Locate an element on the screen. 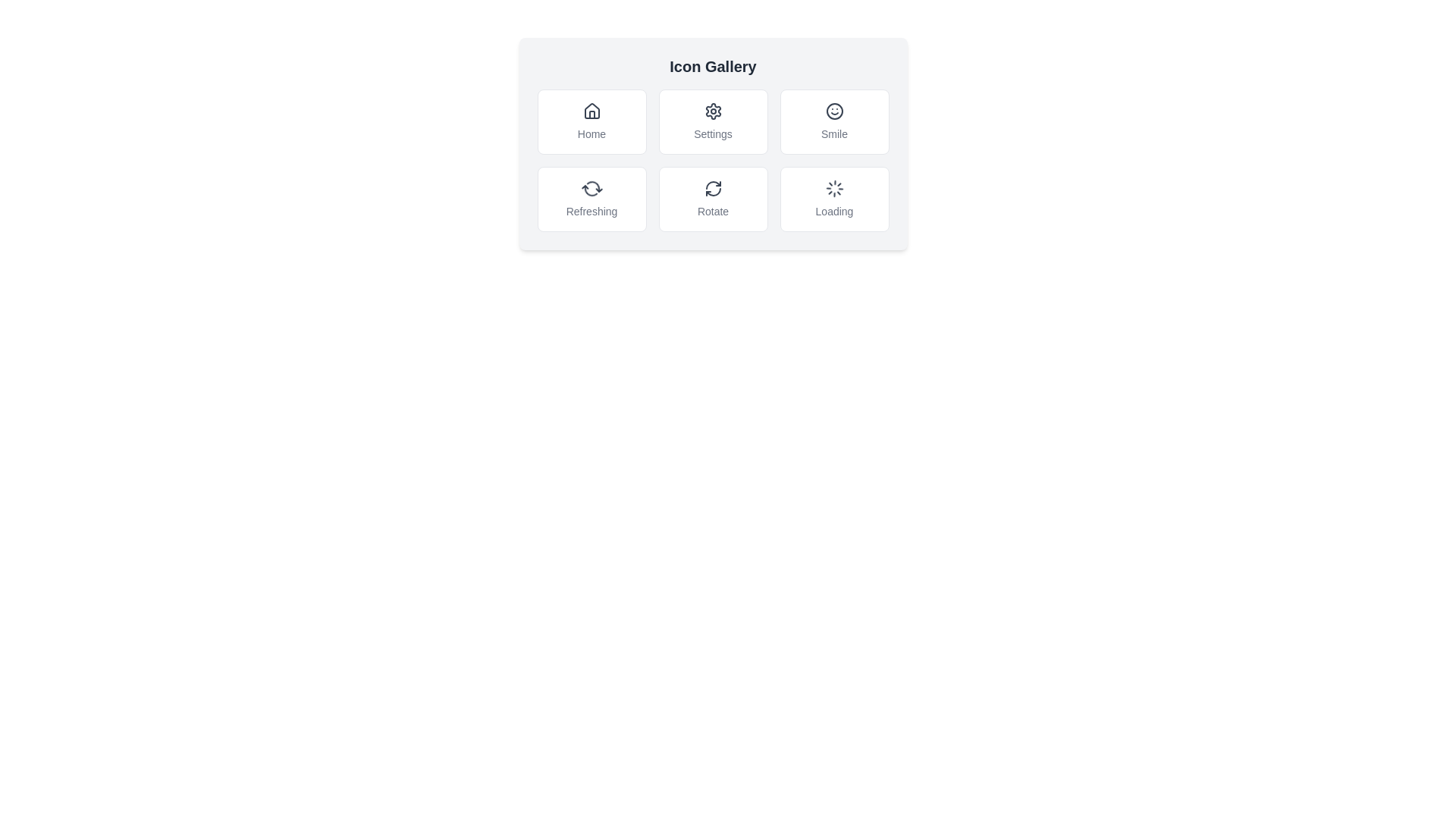 Image resolution: width=1456 pixels, height=819 pixels. the 'rotate' icon located in the center-left of the 'Rotate' button in the 'Icon Gallery' is located at coordinates (712, 188).